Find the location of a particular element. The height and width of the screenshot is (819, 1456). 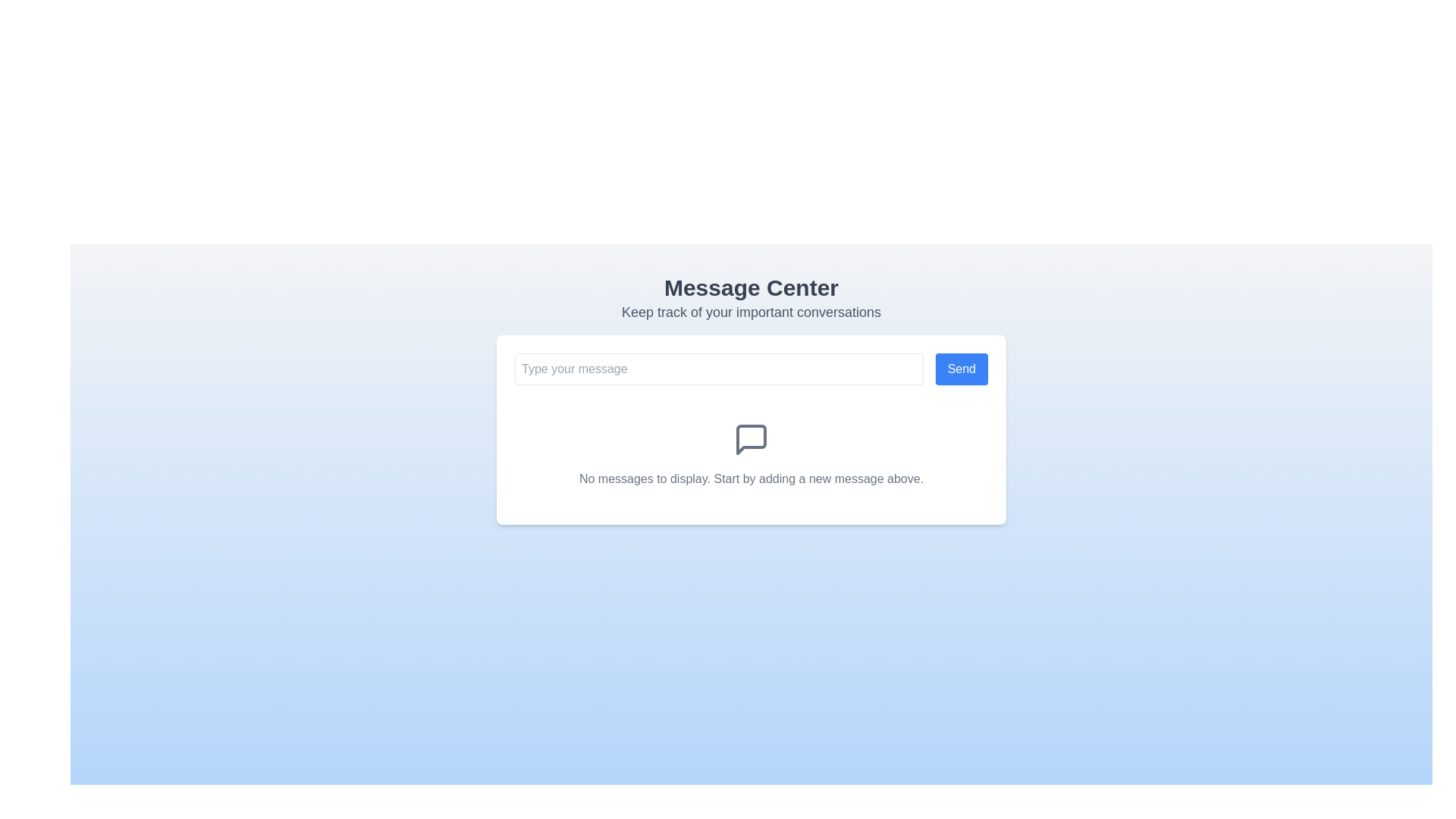

the informational text with an icon that states 'No messages is located at coordinates (751, 454).